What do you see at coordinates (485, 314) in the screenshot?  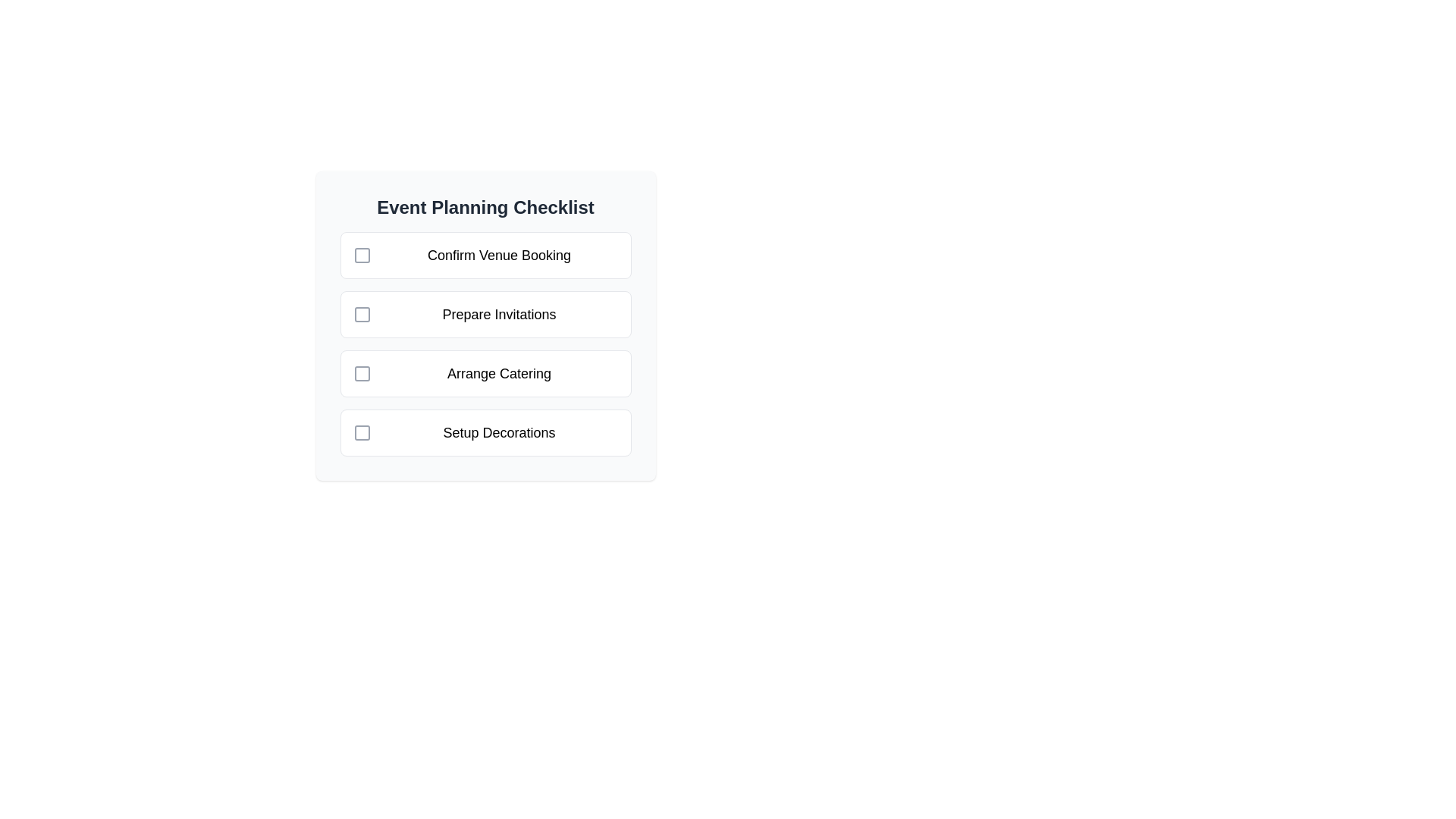 I see `the 'Prepare Invitations.' checklist item` at bounding box center [485, 314].